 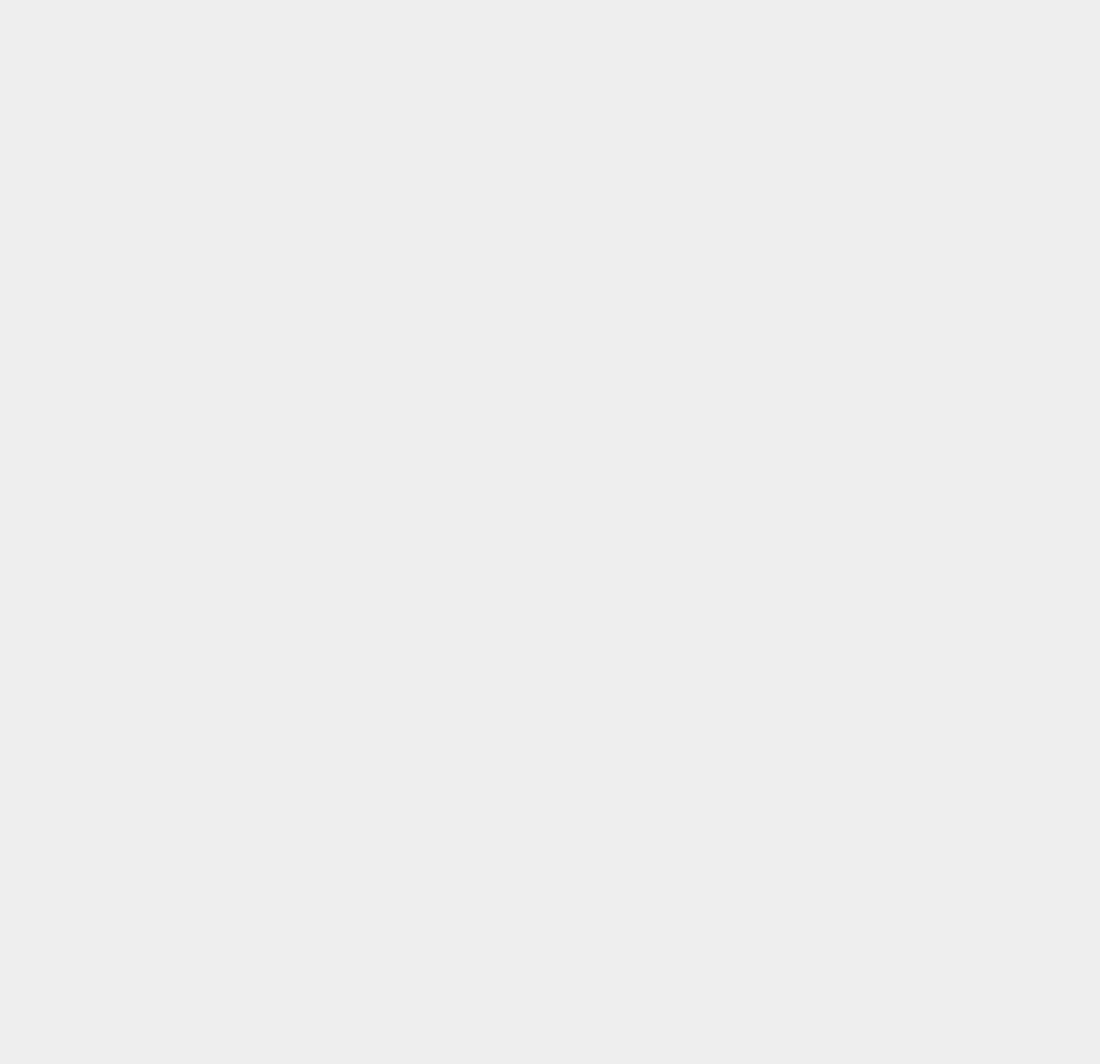 What do you see at coordinates (816, 329) in the screenshot?
I see `'macOS Beta'` at bounding box center [816, 329].